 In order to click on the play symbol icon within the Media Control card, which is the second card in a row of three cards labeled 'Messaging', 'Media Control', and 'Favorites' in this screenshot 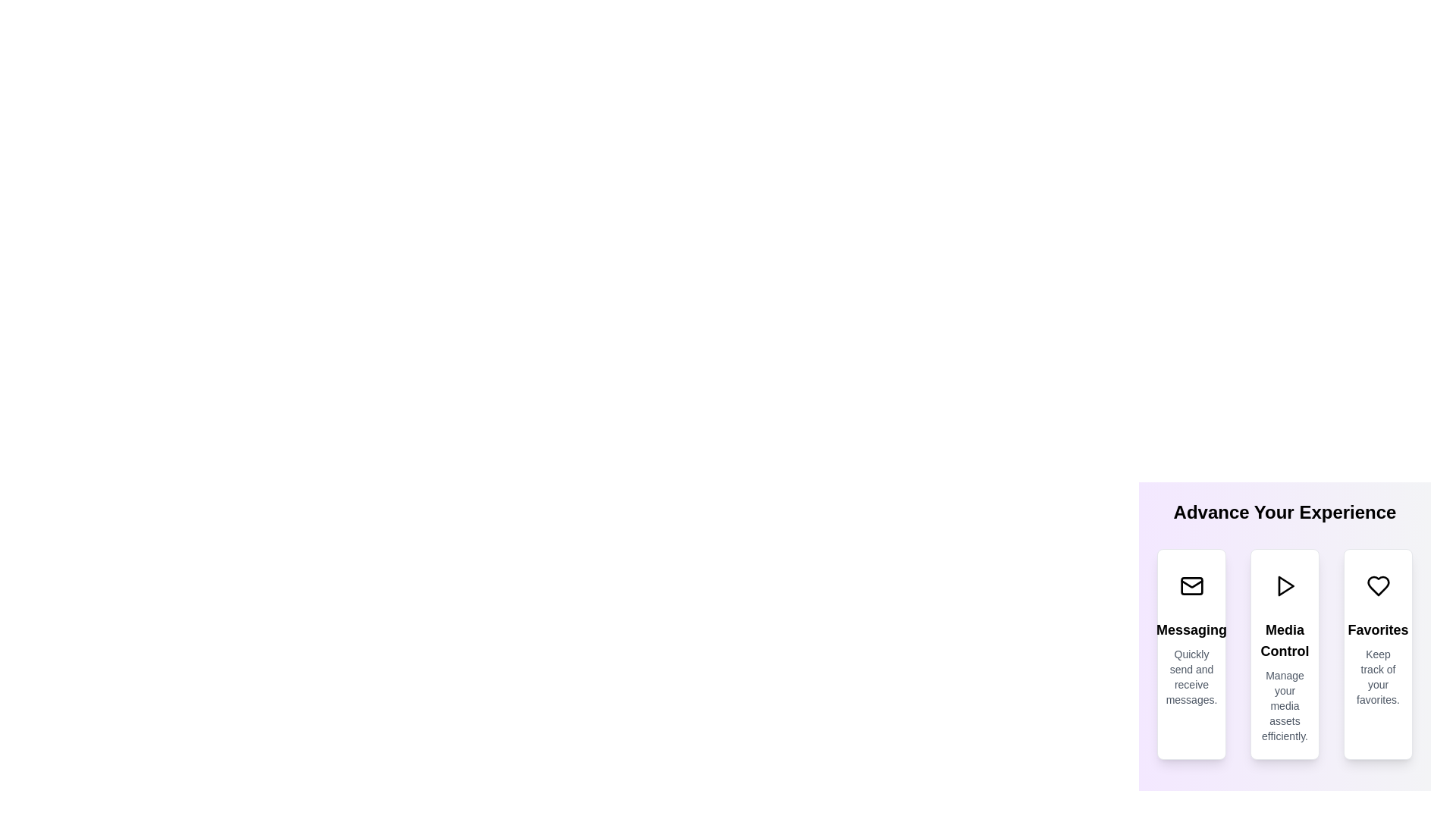, I will do `click(1285, 585)`.